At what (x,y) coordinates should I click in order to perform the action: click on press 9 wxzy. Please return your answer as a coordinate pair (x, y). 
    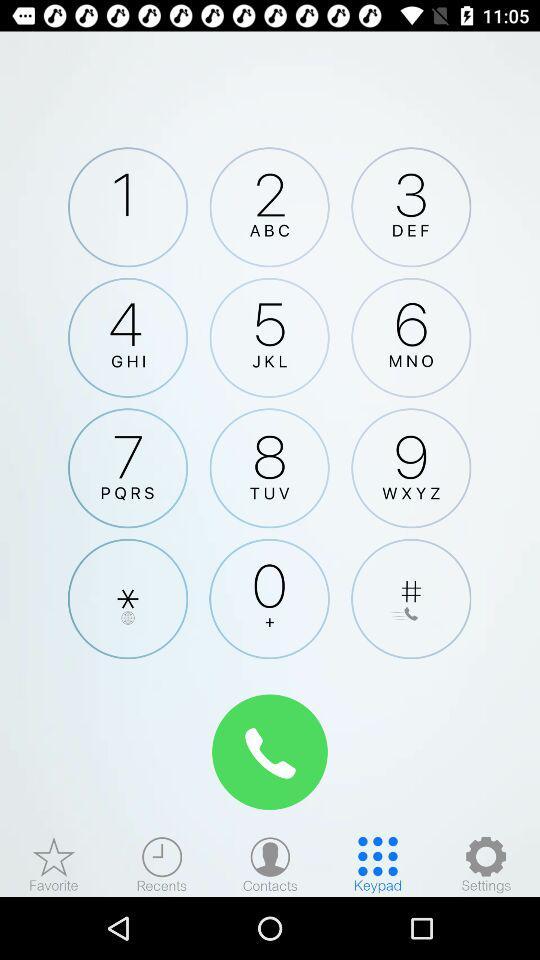
    Looking at the image, I should click on (410, 468).